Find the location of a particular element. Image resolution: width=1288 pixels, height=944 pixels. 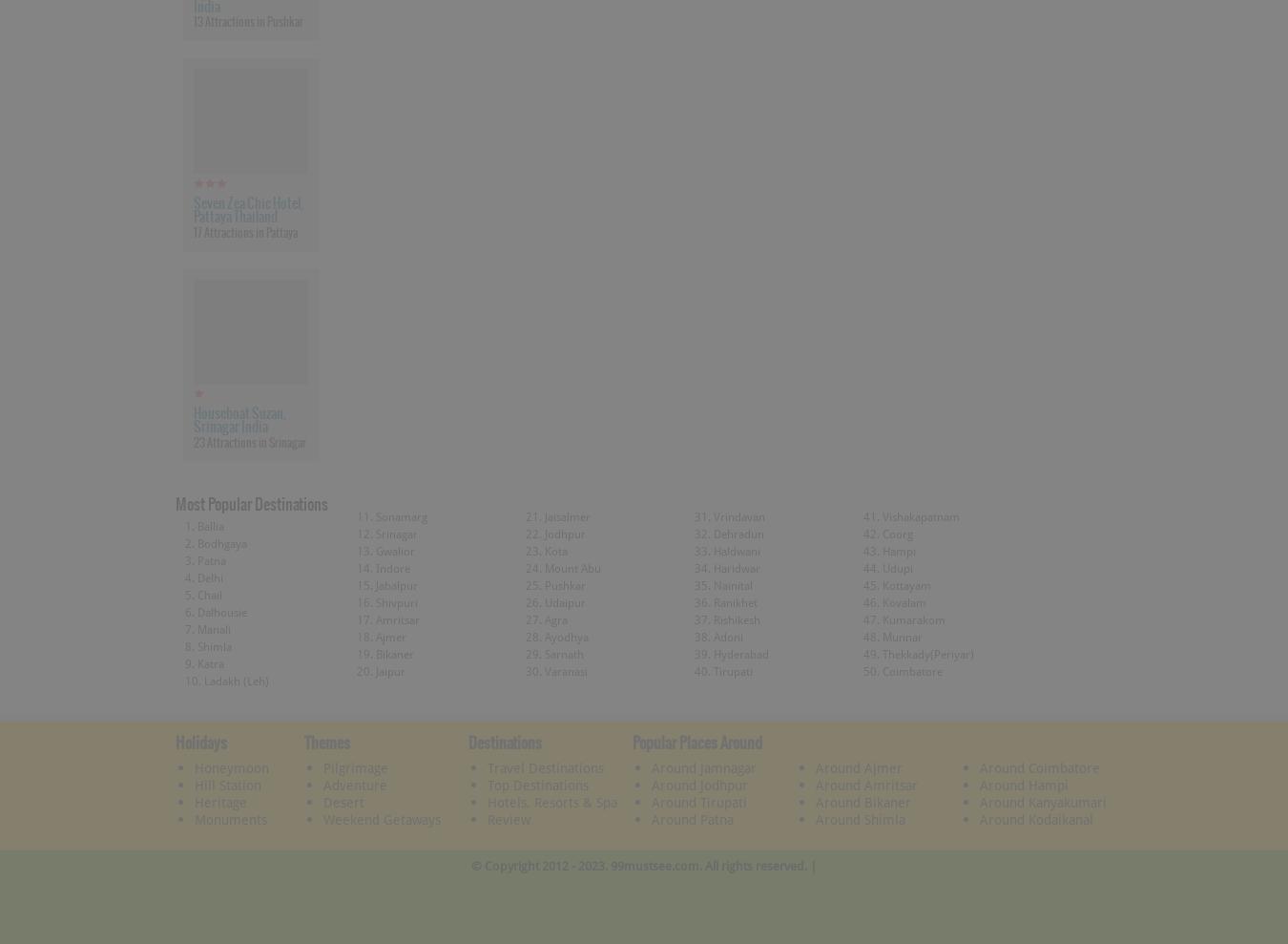

'Ayodhya' is located at coordinates (566, 635).